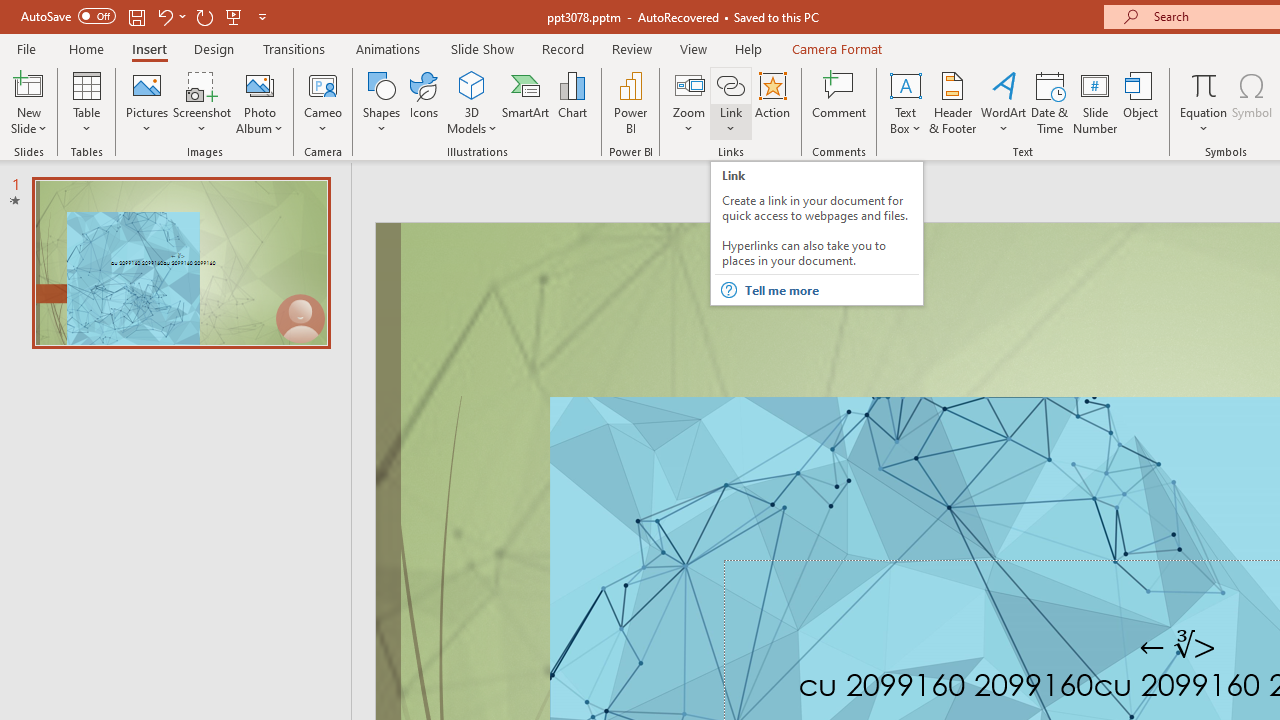 The image size is (1280, 720). I want to click on 'Pictures', so click(146, 103).